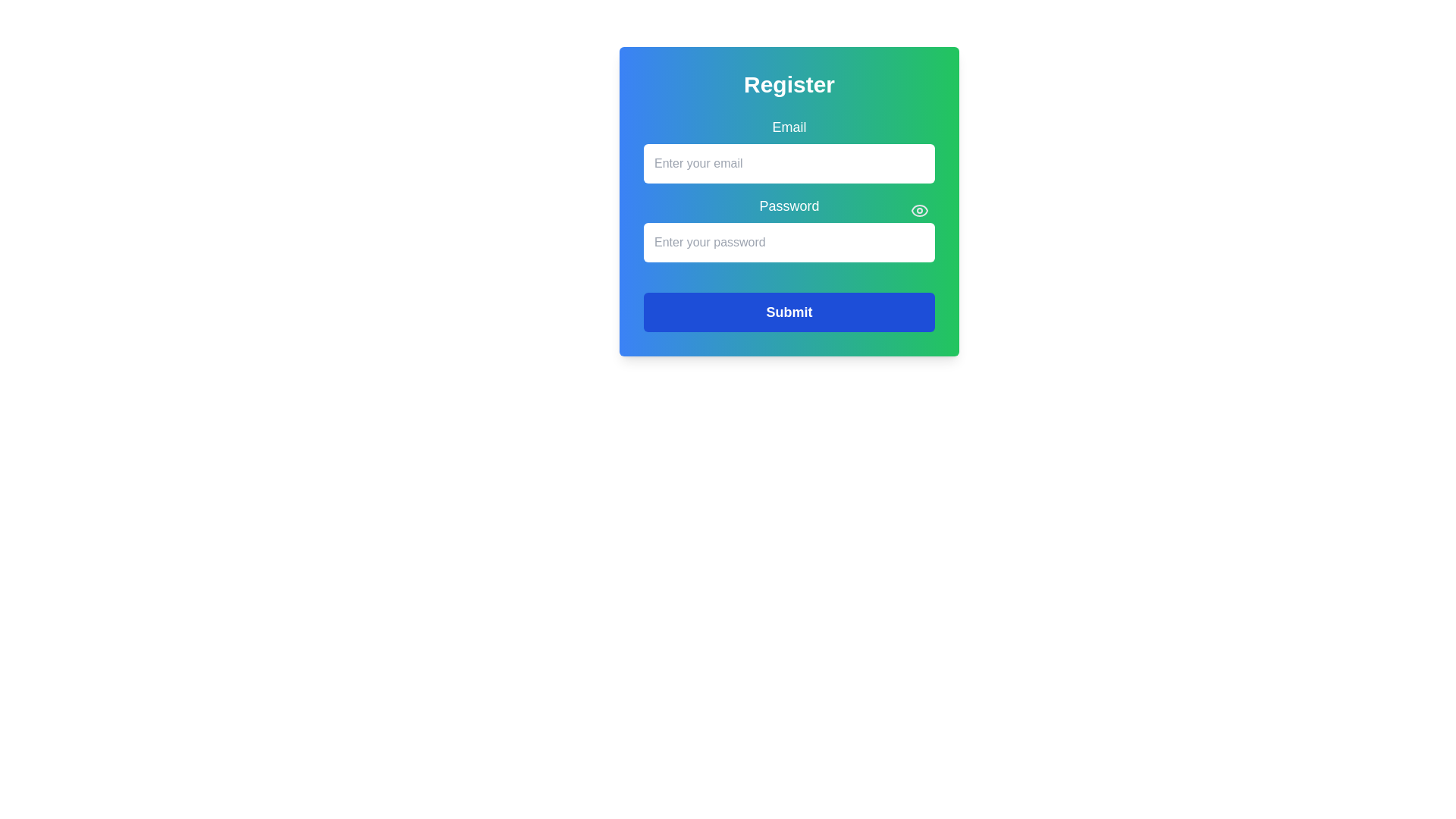 Image resolution: width=1456 pixels, height=819 pixels. Describe the element at coordinates (789, 228) in the screenshot. I see `the password input field located below the email input field and above the submit button in the registration form to focus on it` at that location.